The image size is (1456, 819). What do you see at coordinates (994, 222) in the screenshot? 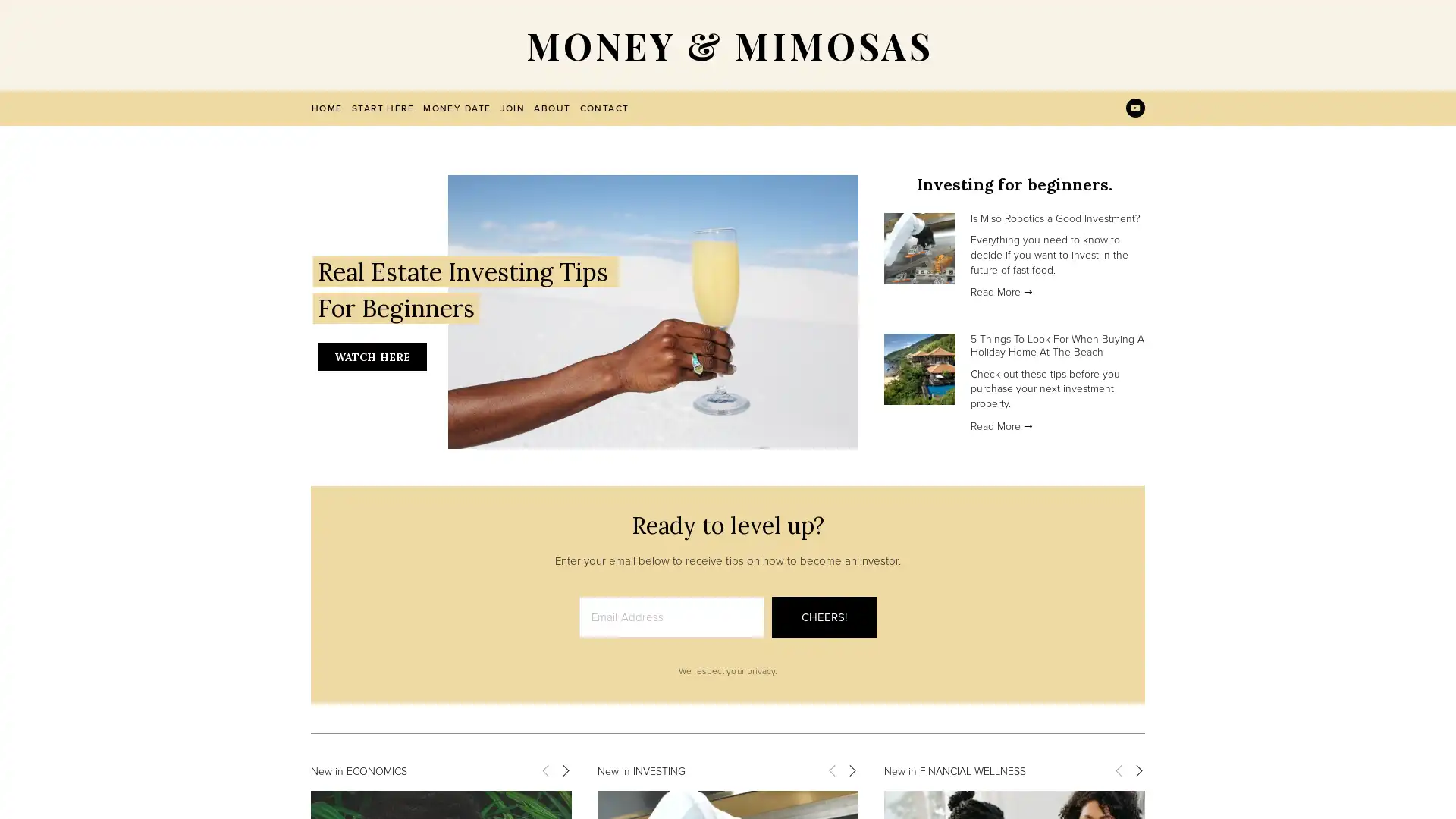
I see `Close` at bounding box center [994, 222].